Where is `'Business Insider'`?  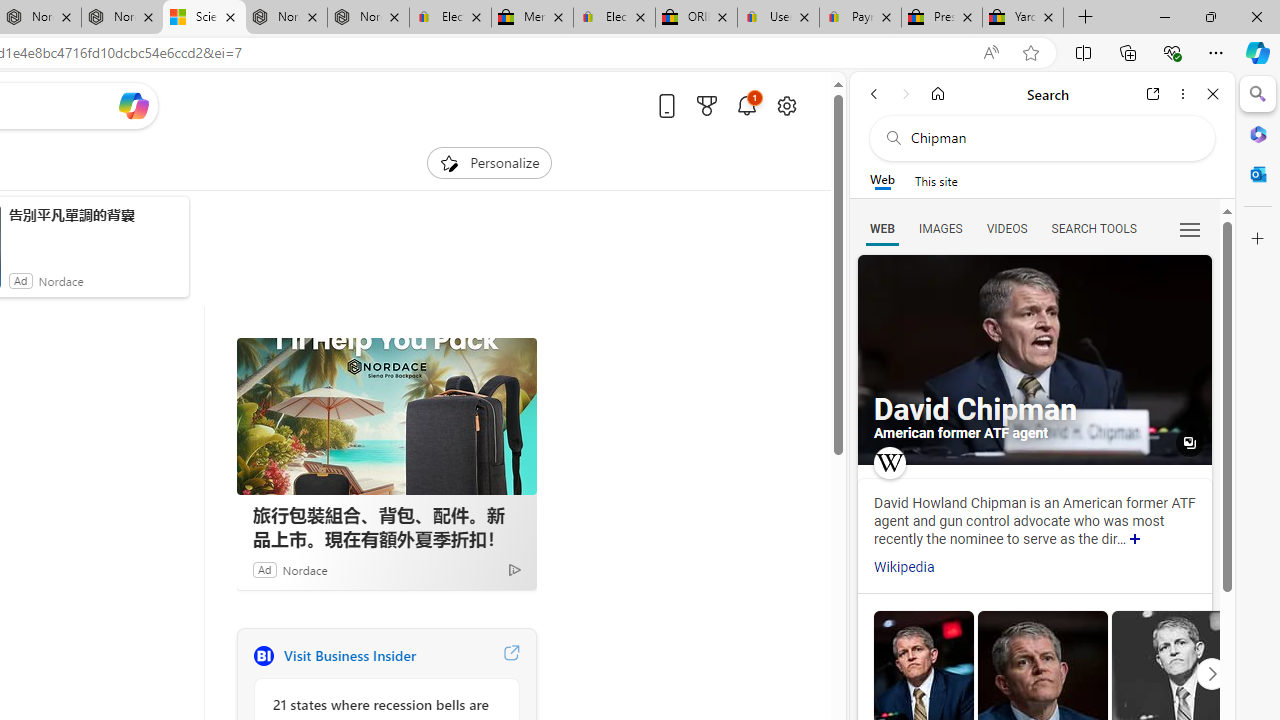
'Business Insider' is located at coordinates (262, 655).